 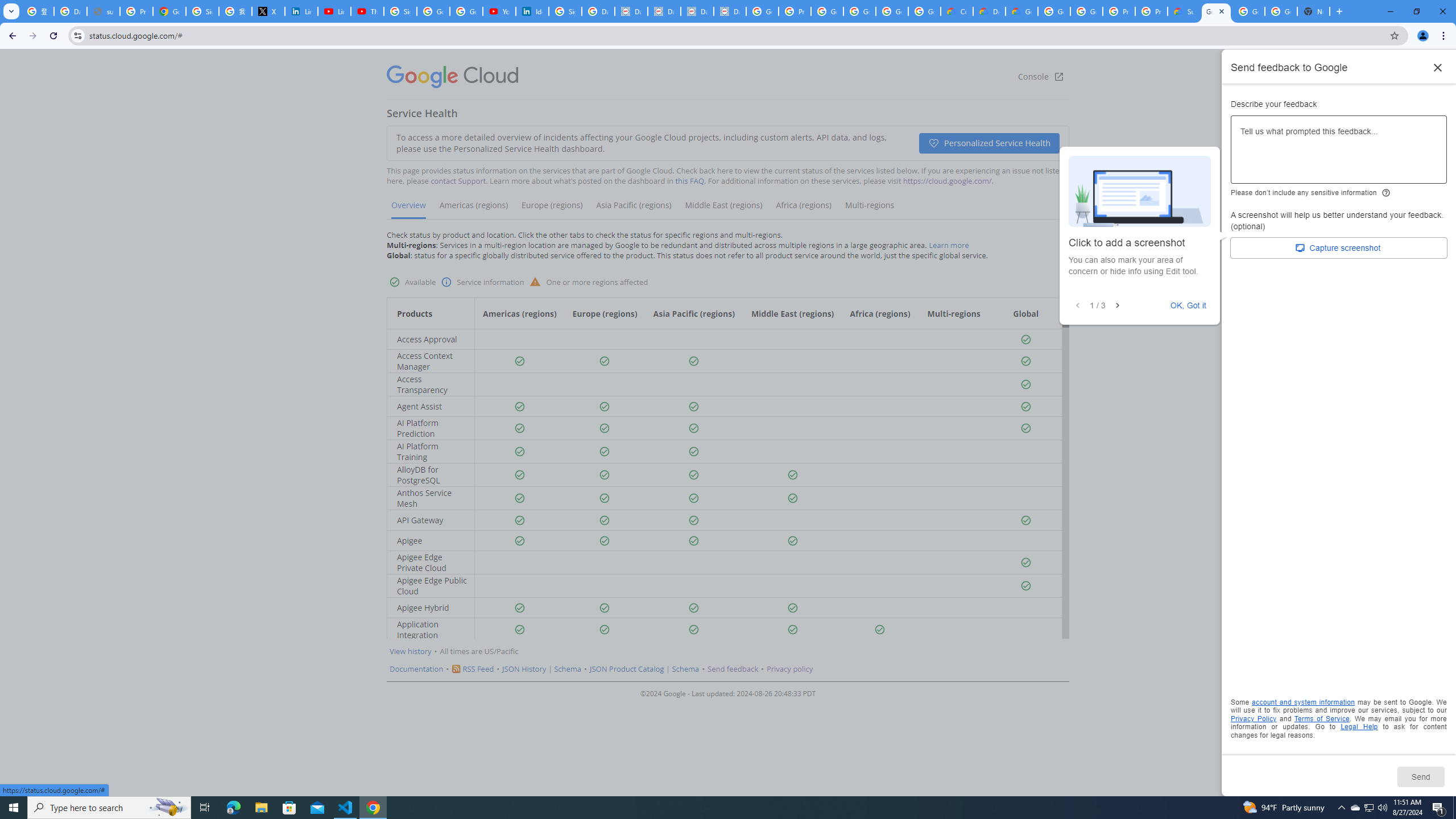 What do you see at coordinates (723, 209) in the screenshot?
I see `'Middle East (regions)'` at bounding box center [723, 209].